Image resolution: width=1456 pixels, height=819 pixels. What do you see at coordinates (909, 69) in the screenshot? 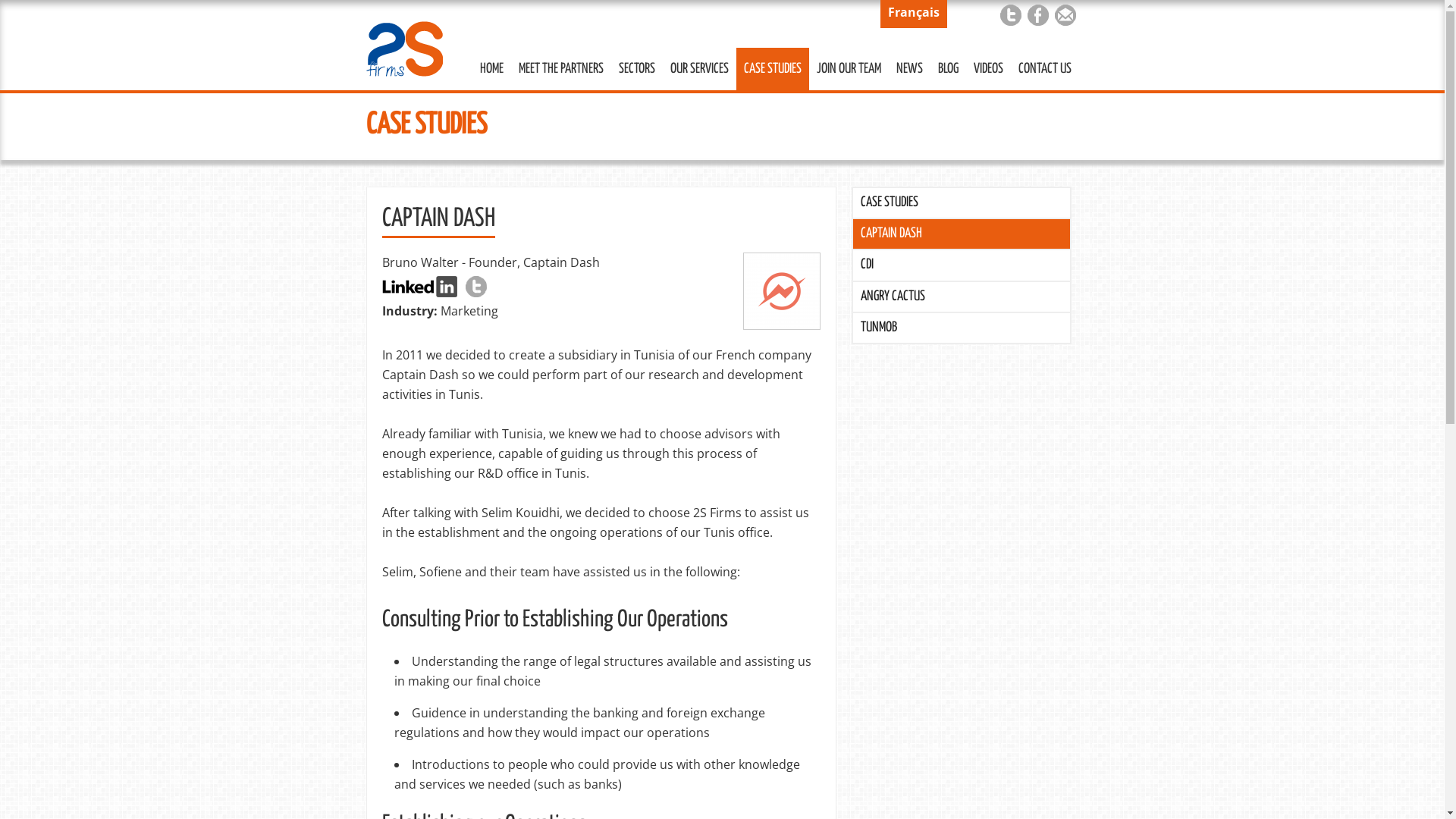
I see `'NEWS'` at bounding box center [909, 69].